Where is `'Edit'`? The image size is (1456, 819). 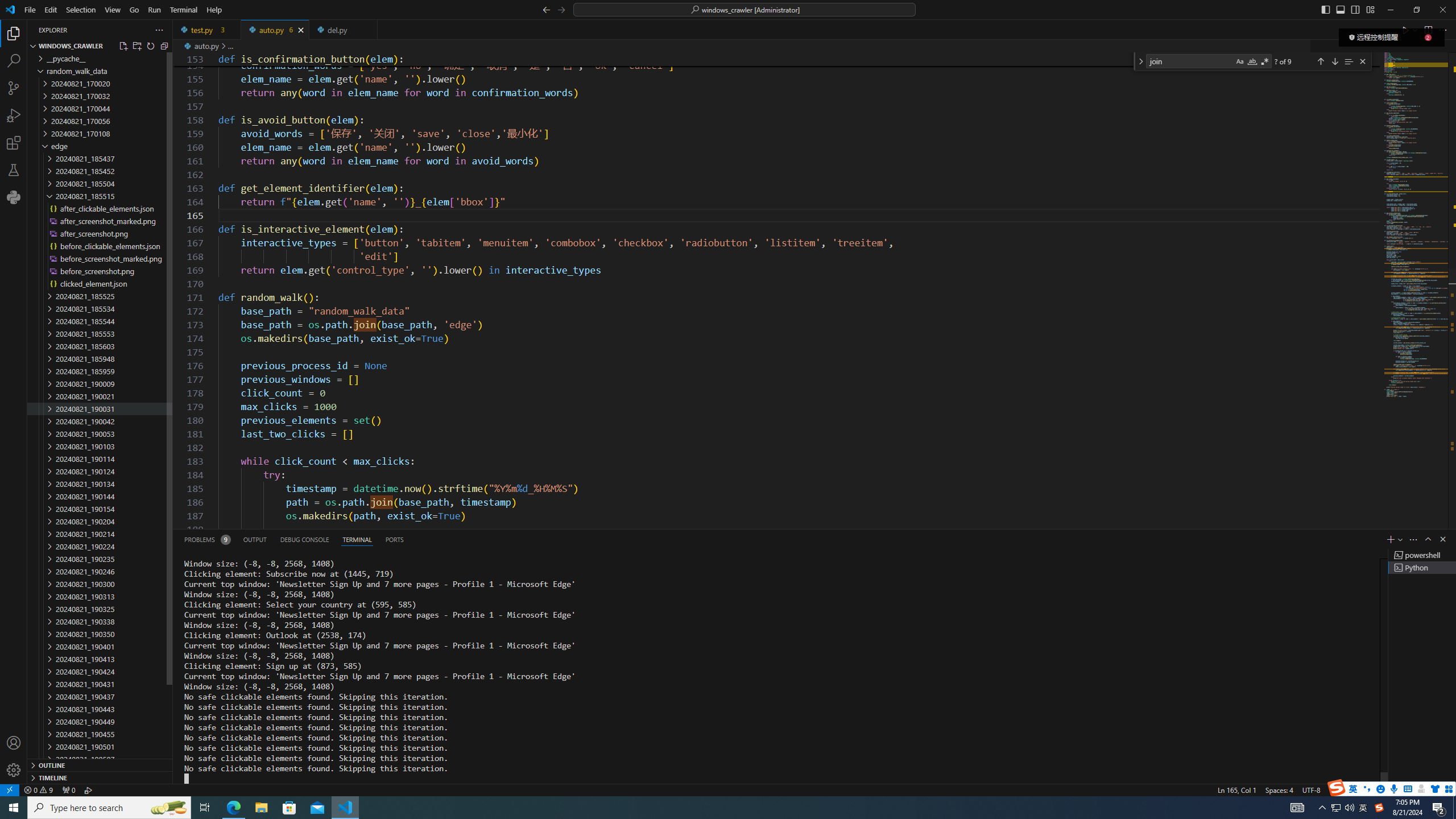
'Edit' is located at coordinates (51, 9).